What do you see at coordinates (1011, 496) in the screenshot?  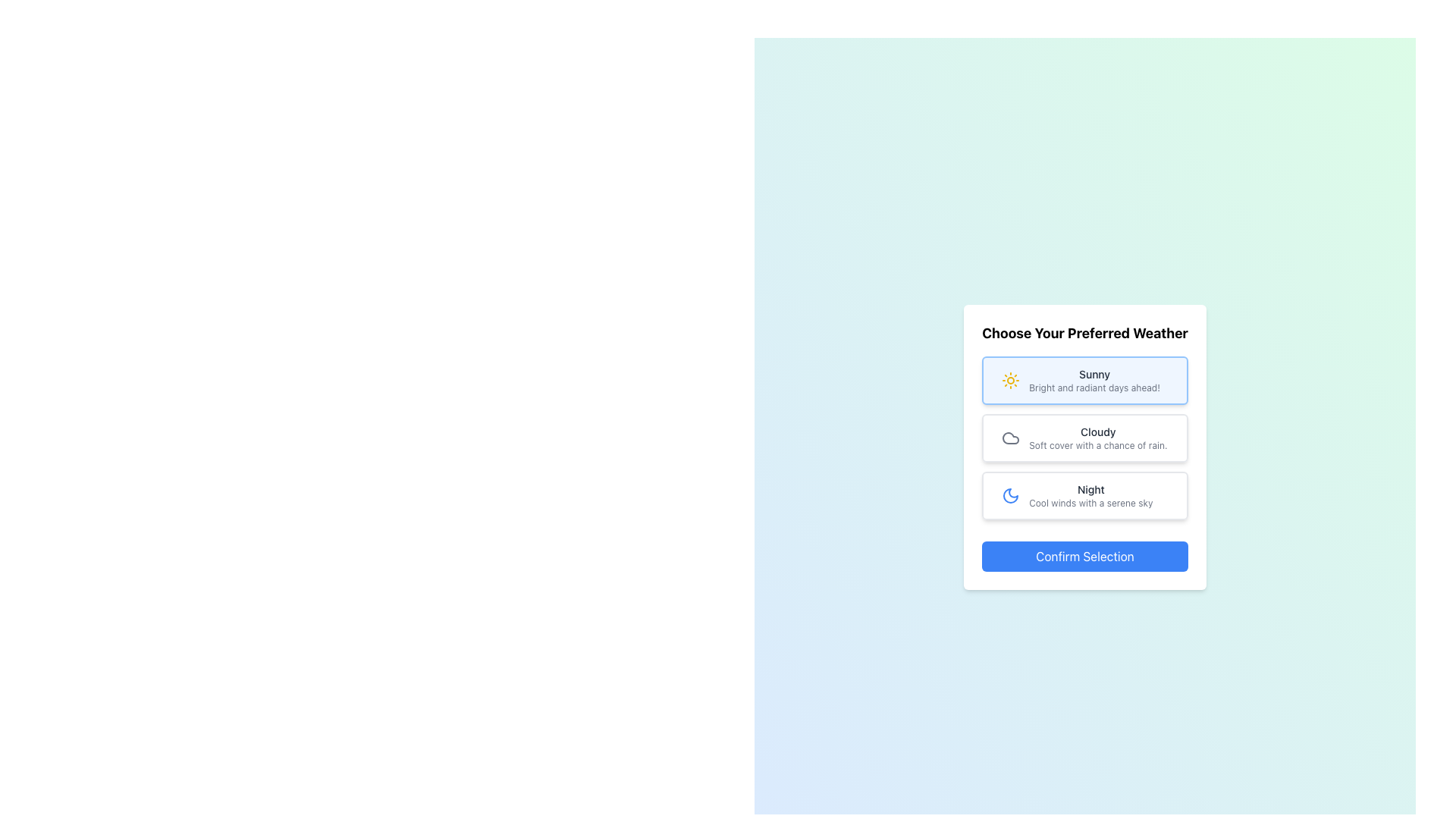 I see `the crescent moon icon within the 'Night' option group` at bounding box center [1011, 496].